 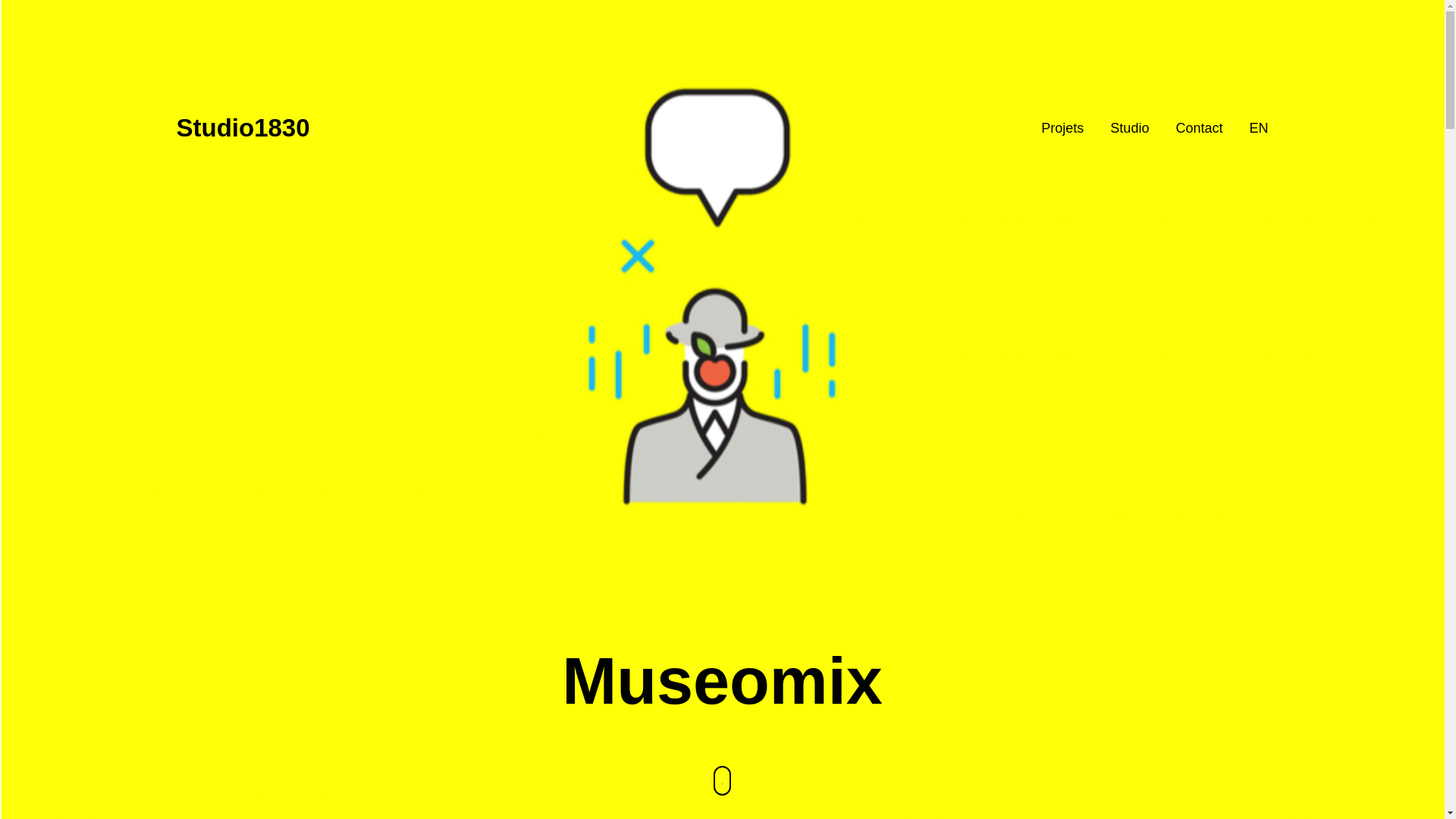 What do you see at coordinates (1129, 127) in the screenshot?
I see `'Studio'` at bounding box center [1129, 127].